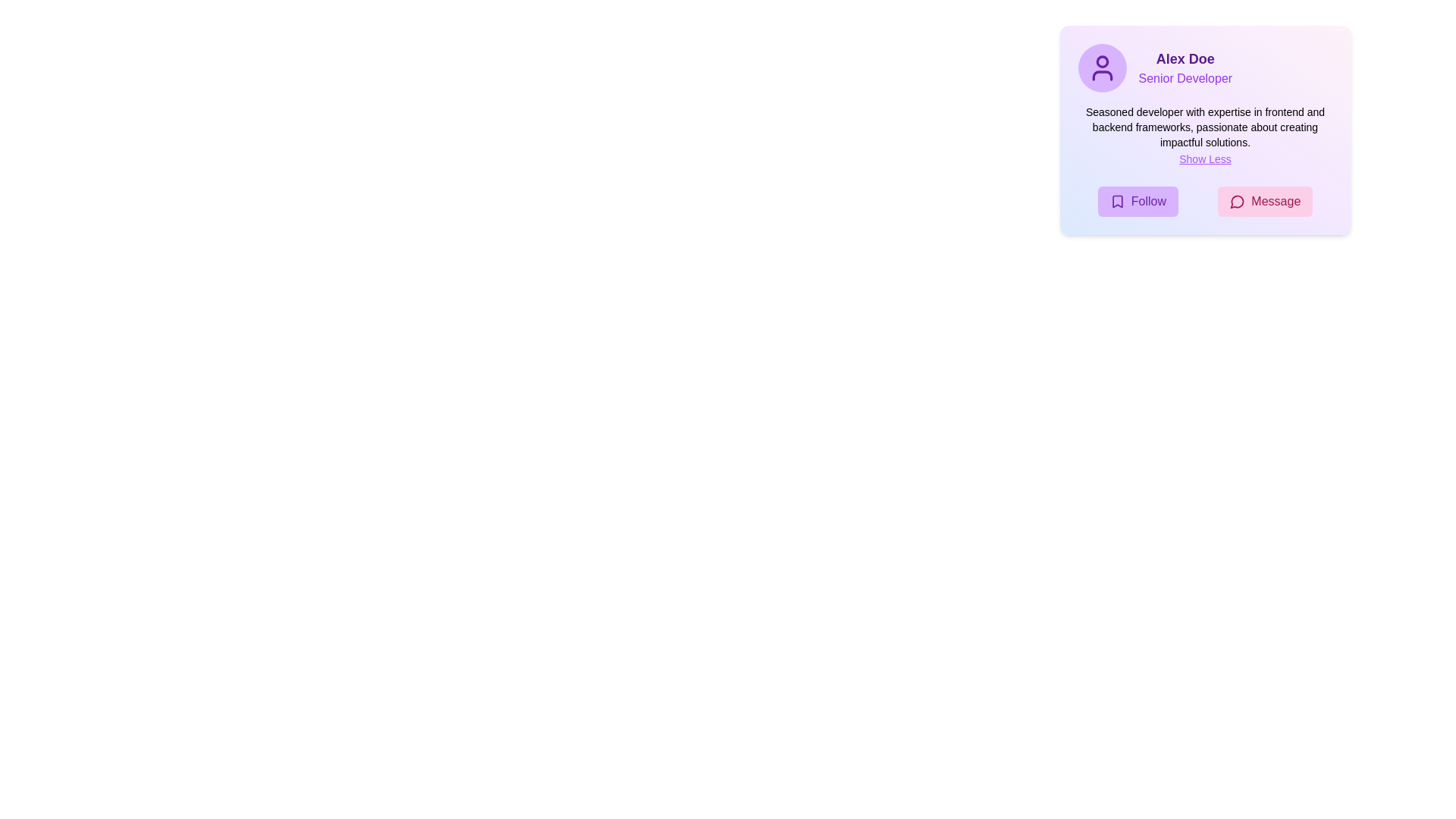 The image size is (1456, 819). Describe the element at coordinates (1185, 79) in the screenshot. I see `the Text label displaying the job title or role of the individual in the profile card, which is located beneath the sibling element 'Alex Doe.'` at that location.